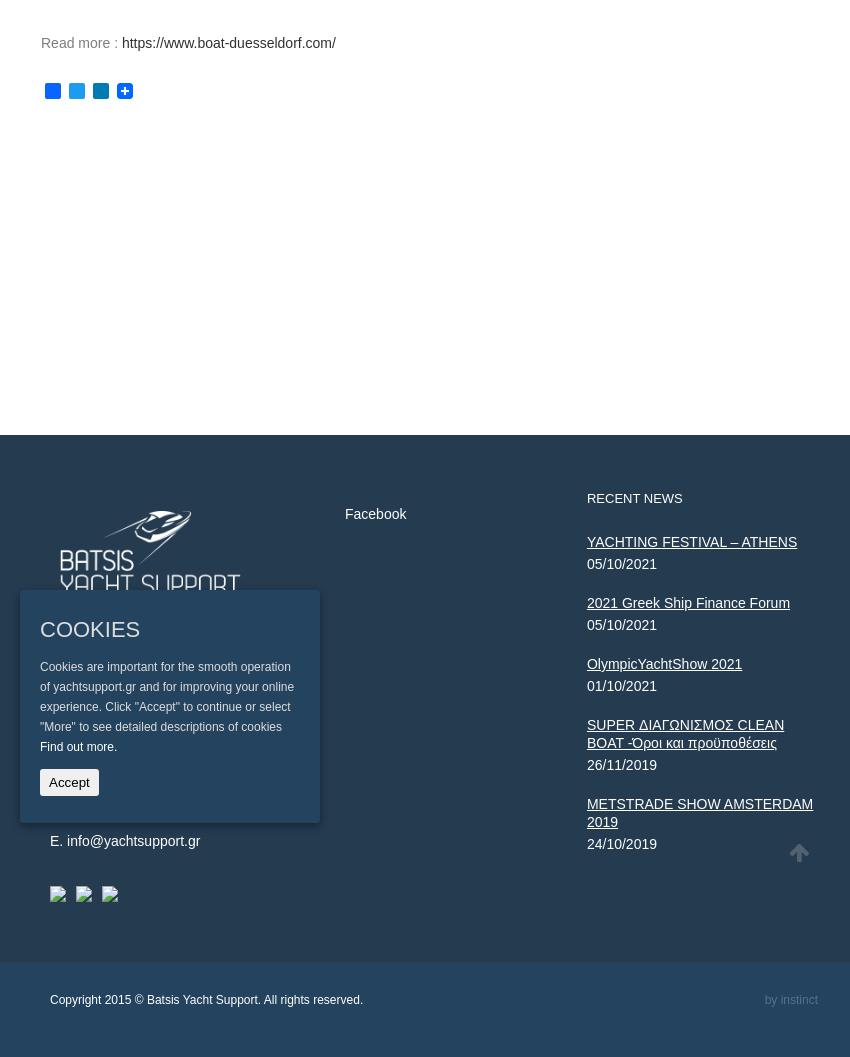 This screenshot has height=1057, width=850. I want to click on 'Office:', so click(49, 761).